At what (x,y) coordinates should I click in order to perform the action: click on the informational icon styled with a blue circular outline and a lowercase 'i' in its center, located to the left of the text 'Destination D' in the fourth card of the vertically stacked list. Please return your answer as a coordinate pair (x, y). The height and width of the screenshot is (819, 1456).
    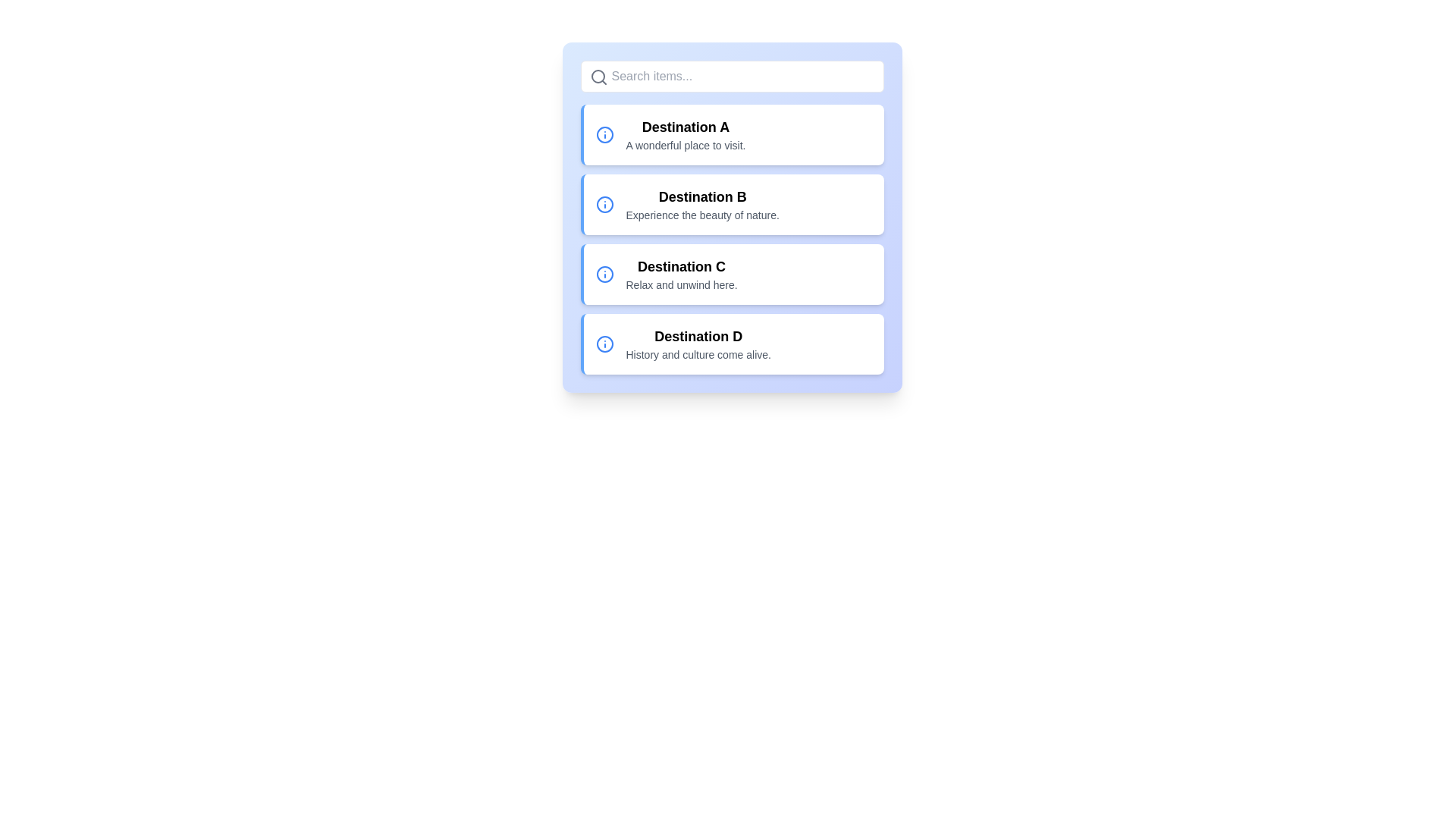
    Looking at the image, I should click on (604, 344).